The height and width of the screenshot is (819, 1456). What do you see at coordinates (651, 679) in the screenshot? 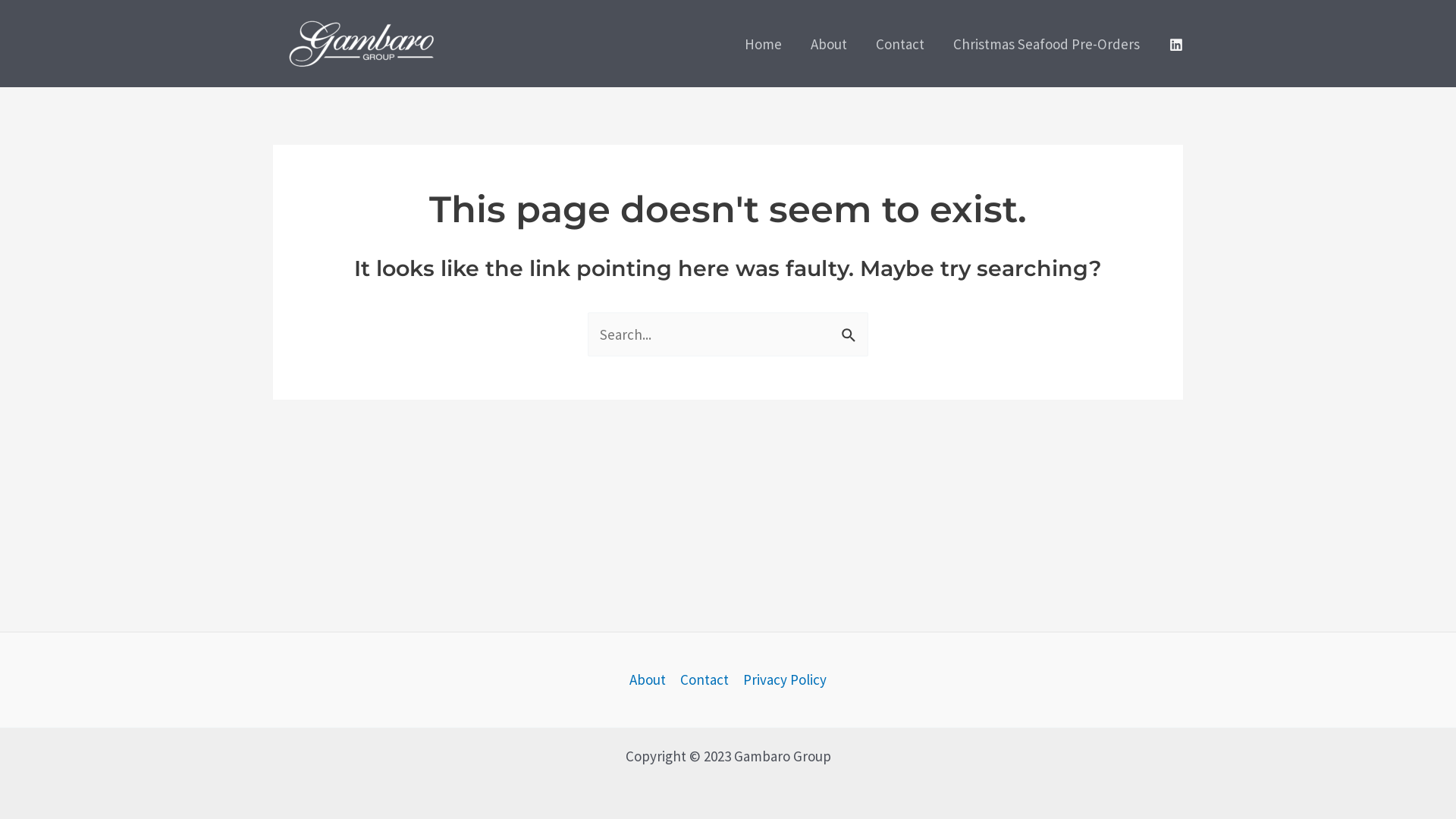
I see `'About'` at bounding box center [651, 679].